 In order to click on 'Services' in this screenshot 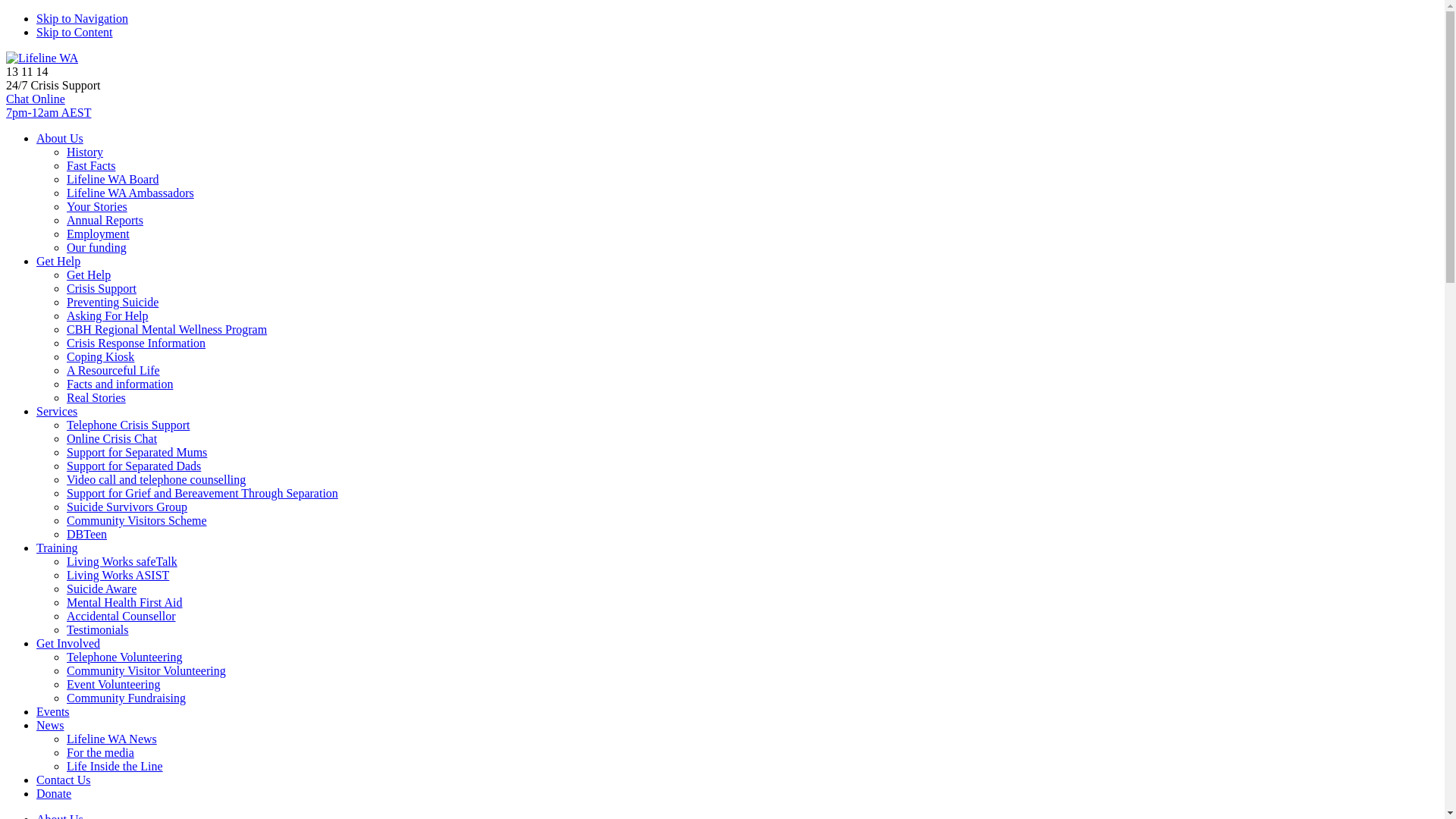, I will do `click(57, 411)`.